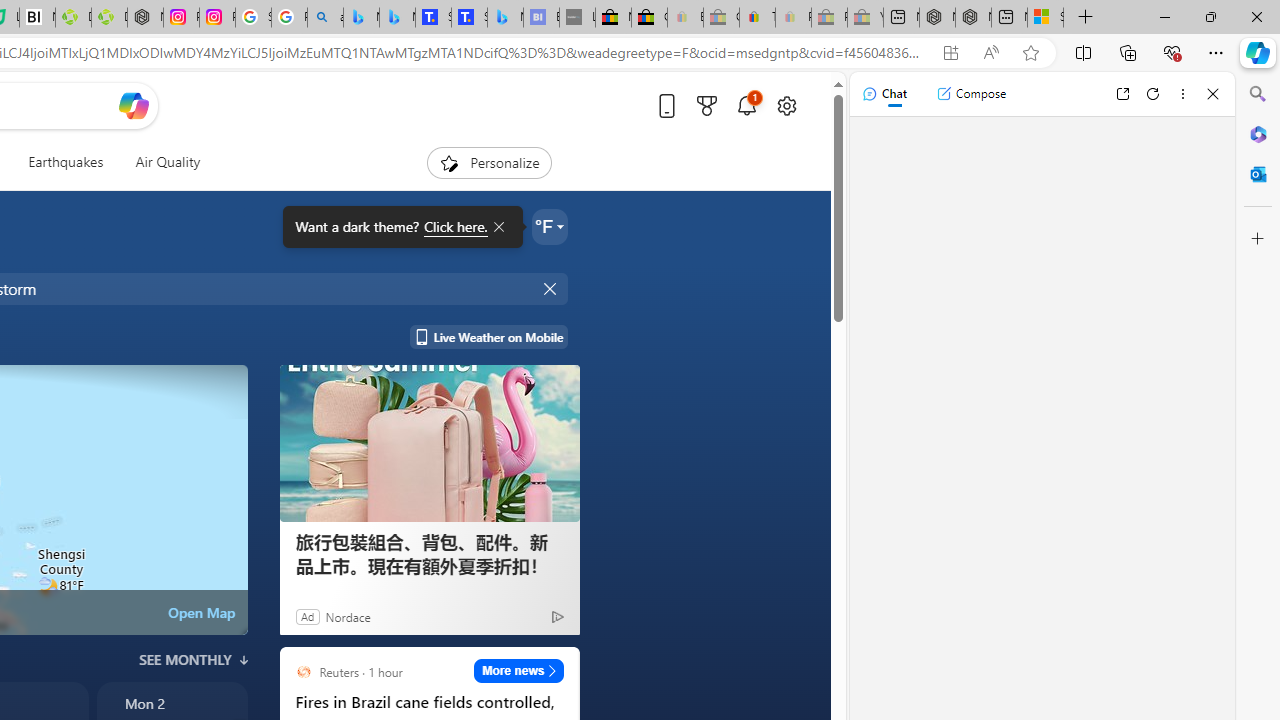 Image resolution: width=1280 pixels, height=720 pixels. Describe the element at coordinates (167, 162) in the screenshot. I see `'Air Quality'` at that location.